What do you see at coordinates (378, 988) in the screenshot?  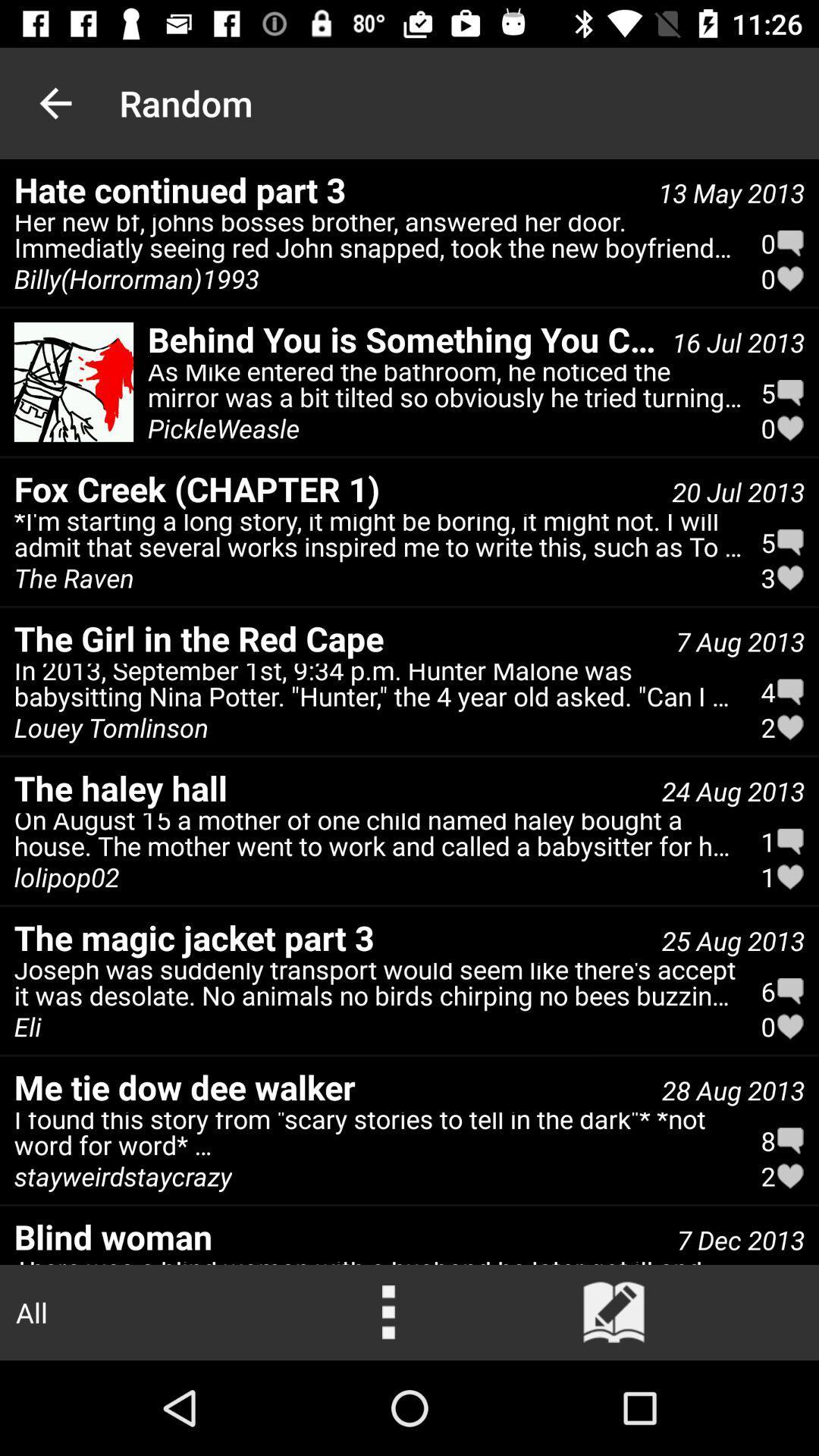 I see `icon below the the magic jacket item` at bounding box center [378, 988].